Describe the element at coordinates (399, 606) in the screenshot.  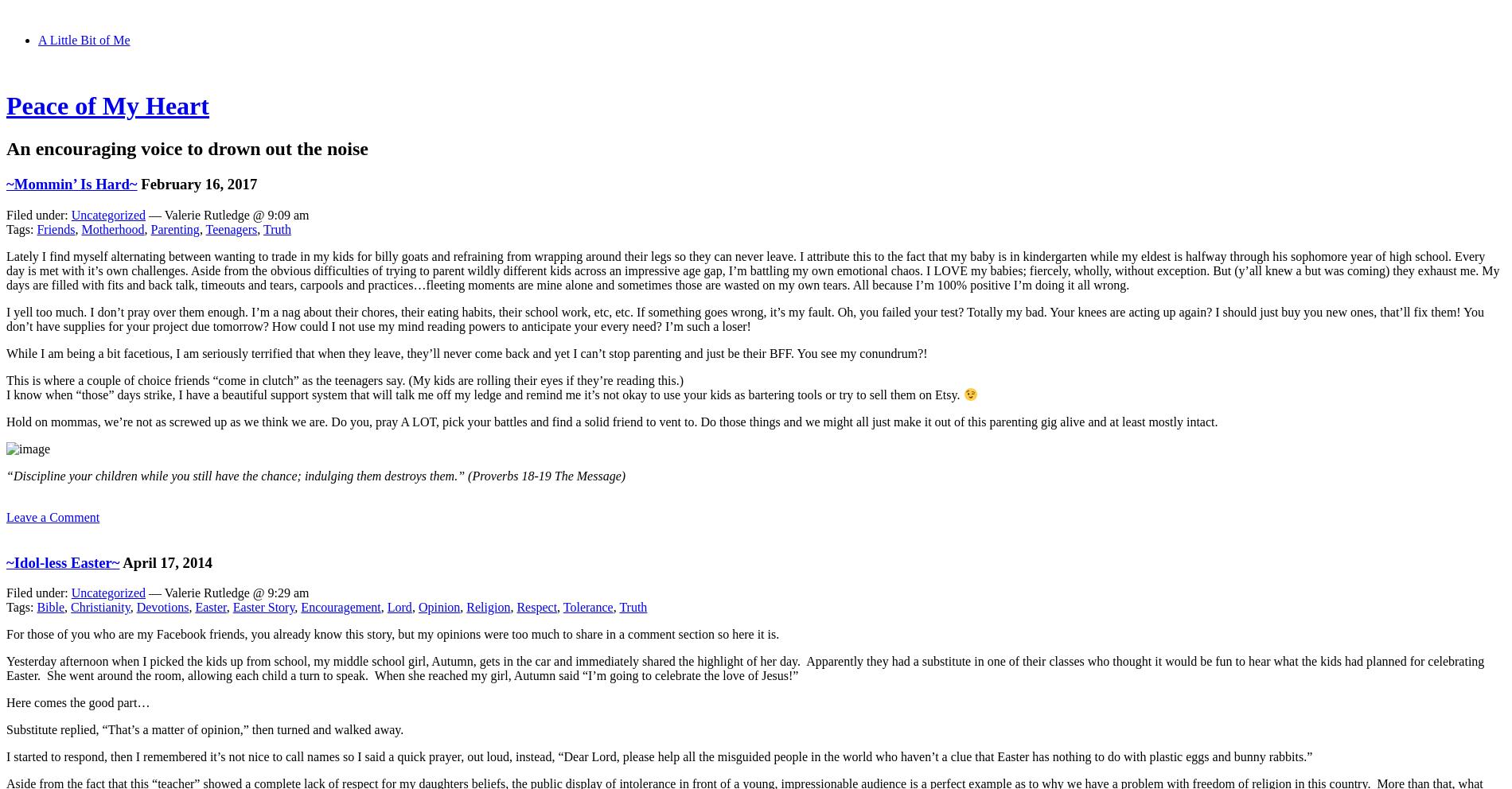
I see `'Lord'` at that location.